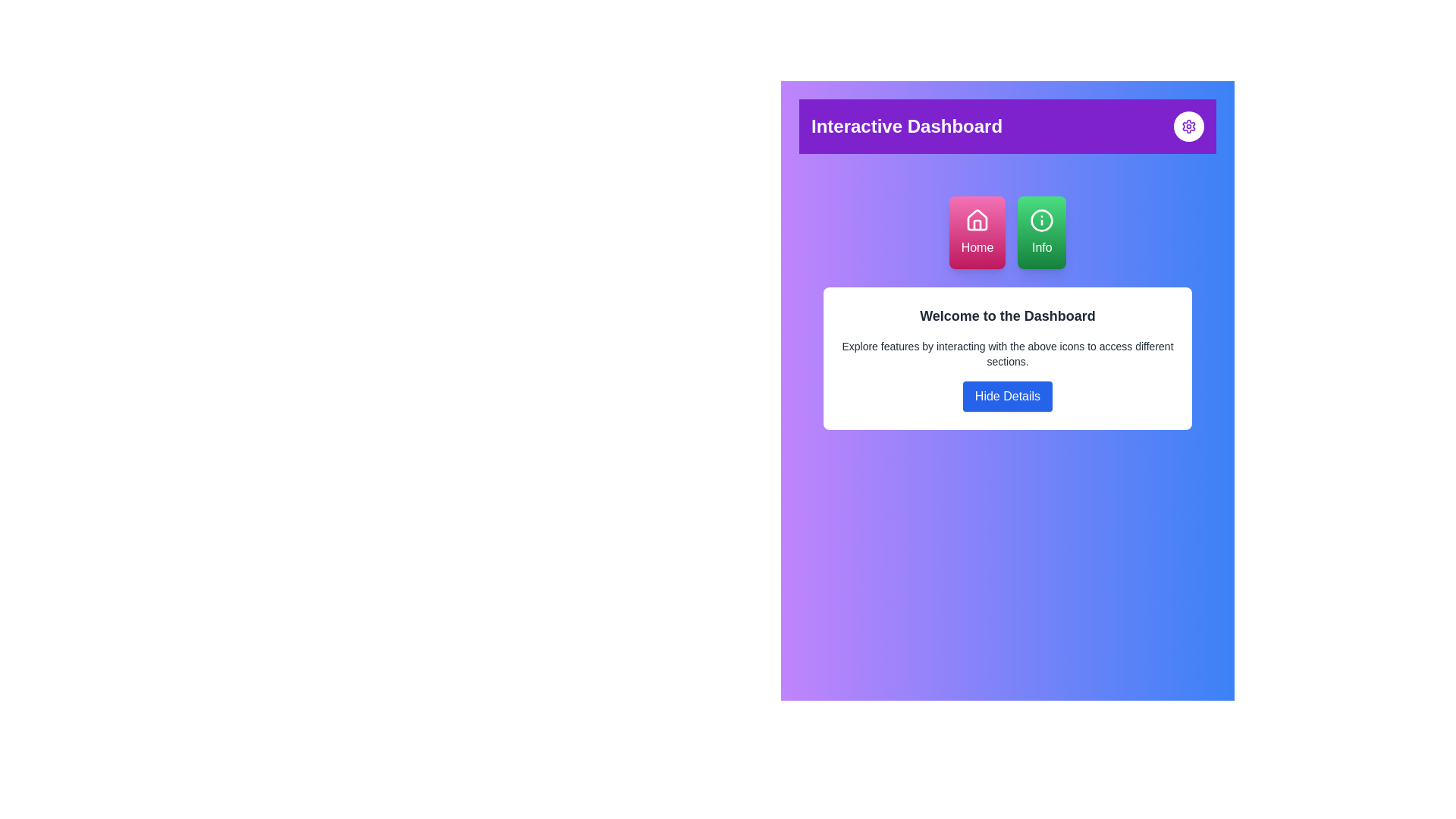  Describe the element at coordinates (1188, 125) in the screenshot. I see `the cogwheel icon in the top-right corner of the interface, which represents settings` at that location.